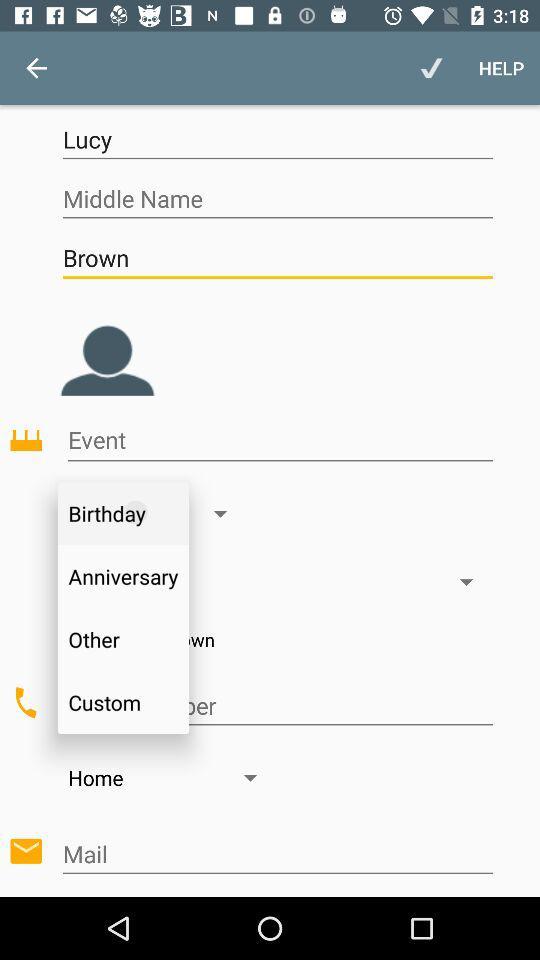  Describe the element at coordinates (276, 199) in the screenshot. I see `item below the lucy icon` at that location.